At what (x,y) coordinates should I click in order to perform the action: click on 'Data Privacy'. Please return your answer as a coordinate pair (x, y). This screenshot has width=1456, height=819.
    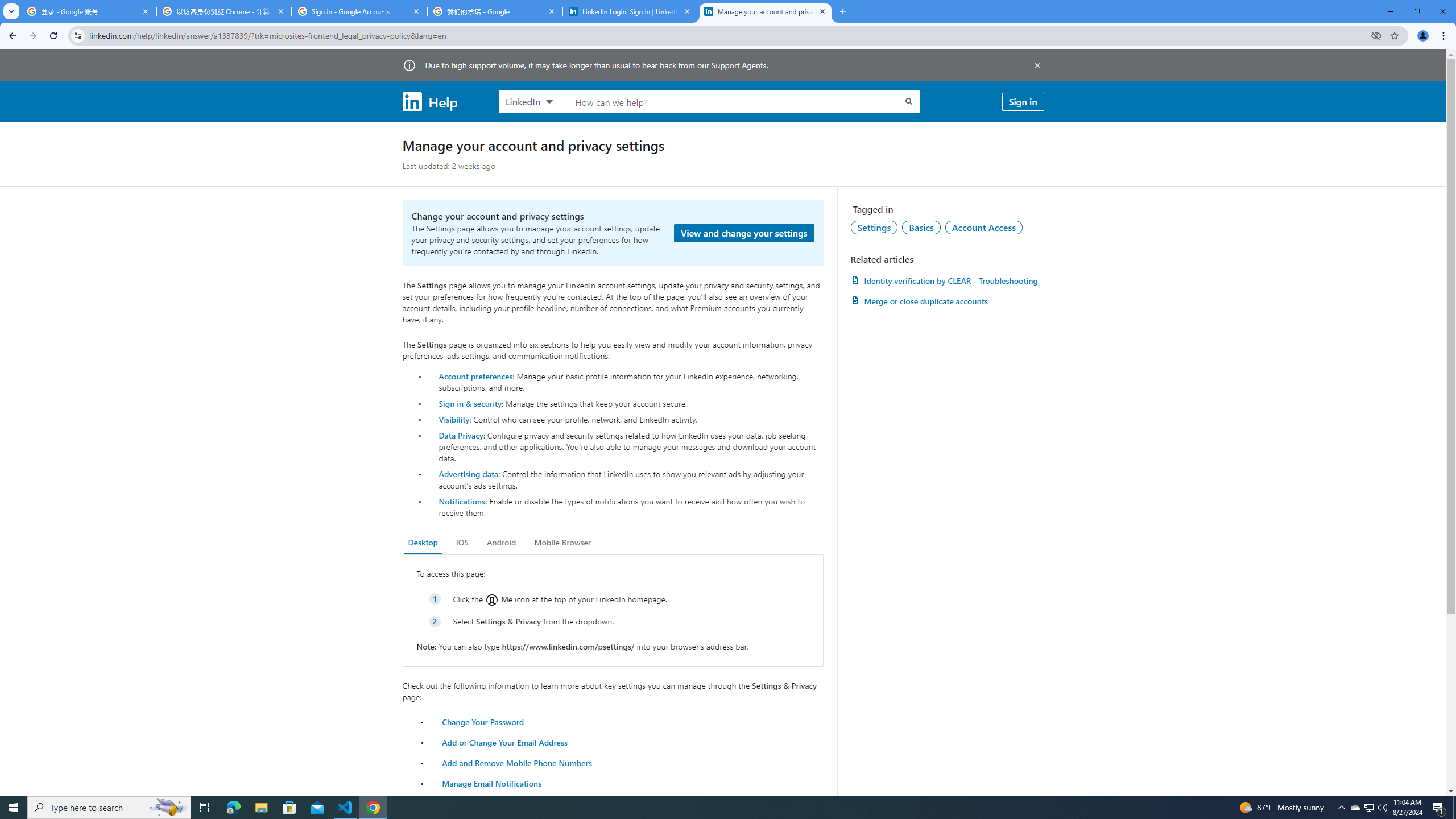
    Looking at the image, I should click on (461, 434).